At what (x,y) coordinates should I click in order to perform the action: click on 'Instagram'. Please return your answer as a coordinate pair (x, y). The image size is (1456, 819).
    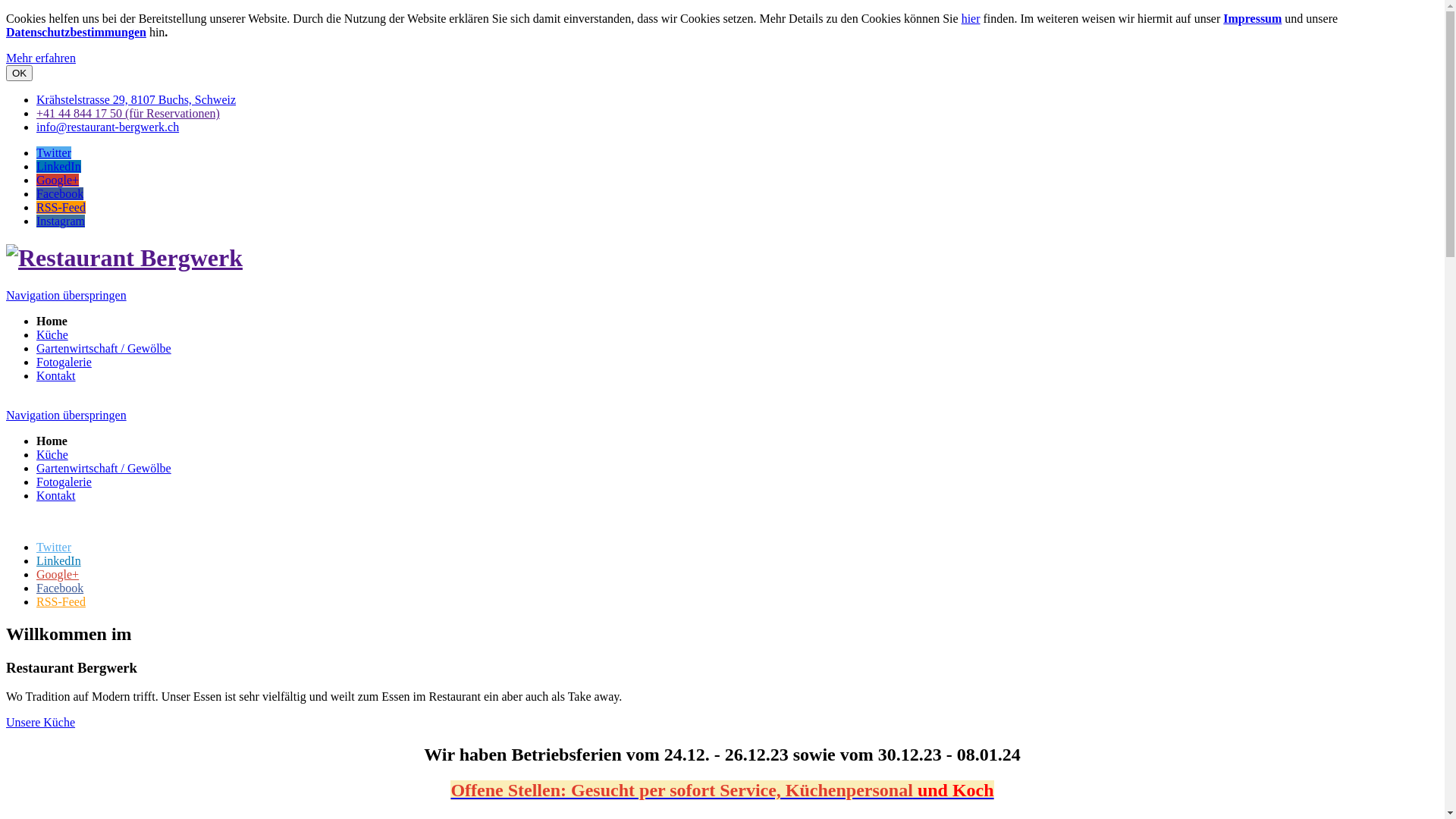
    Looking at the image, I should click on (61, 221).